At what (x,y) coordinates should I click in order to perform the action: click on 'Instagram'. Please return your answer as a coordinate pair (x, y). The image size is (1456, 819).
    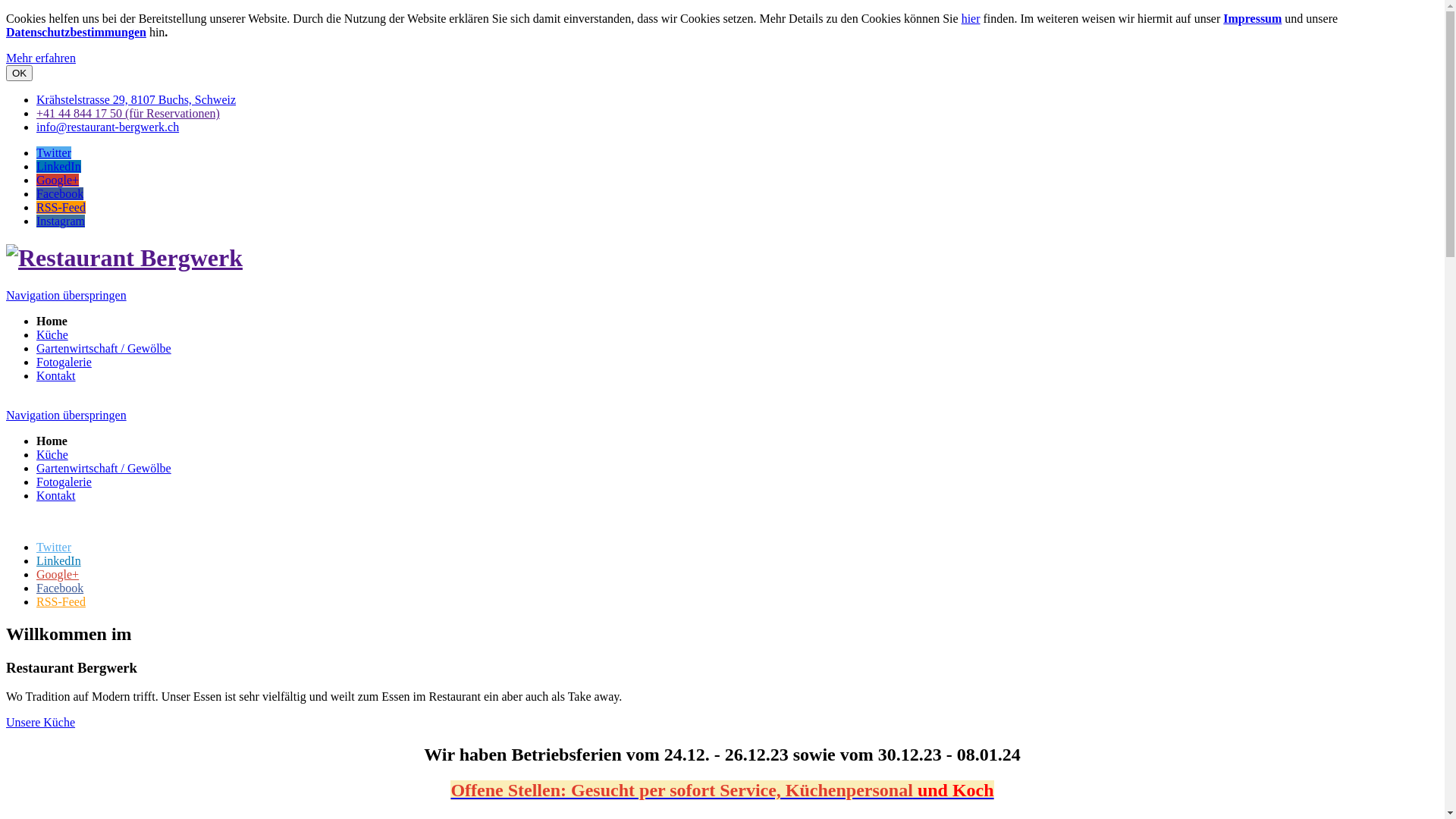
    Looking at the image, I should click on (61, 221).